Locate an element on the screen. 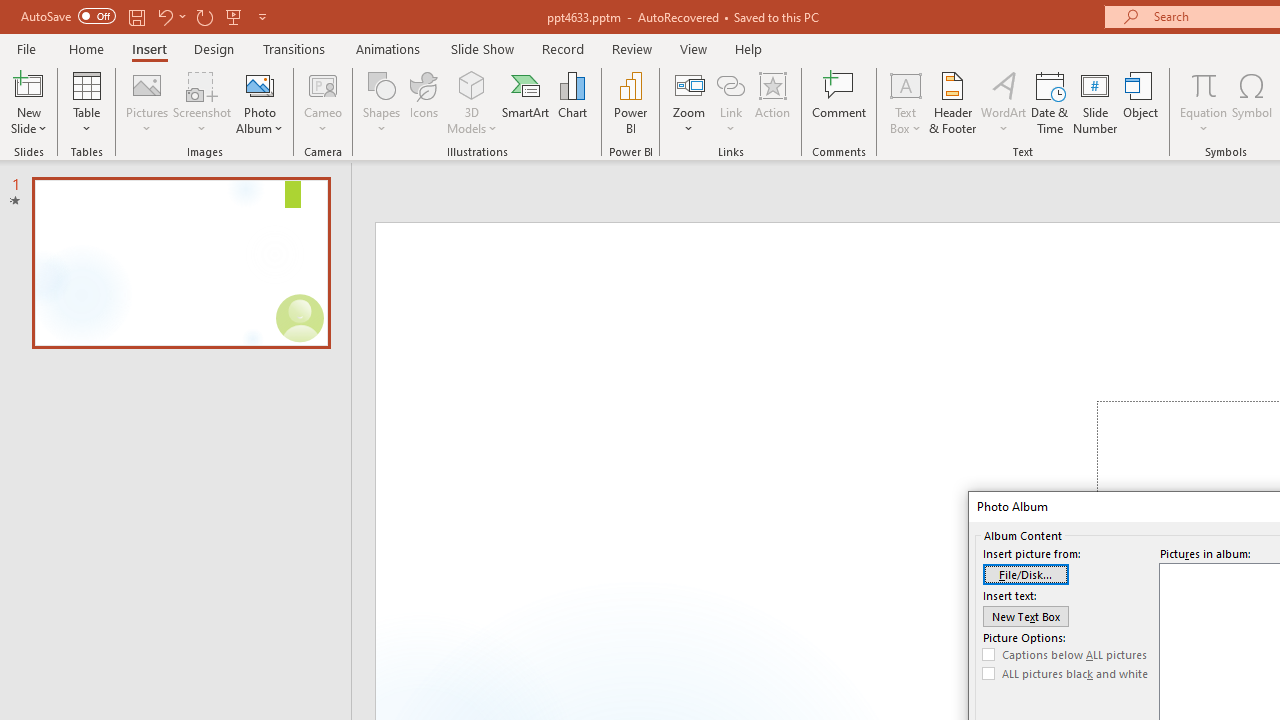 Image resolution: width=1280 pixels, height=720 pixels. 'Object...' is located at coordinates (1141, 103).